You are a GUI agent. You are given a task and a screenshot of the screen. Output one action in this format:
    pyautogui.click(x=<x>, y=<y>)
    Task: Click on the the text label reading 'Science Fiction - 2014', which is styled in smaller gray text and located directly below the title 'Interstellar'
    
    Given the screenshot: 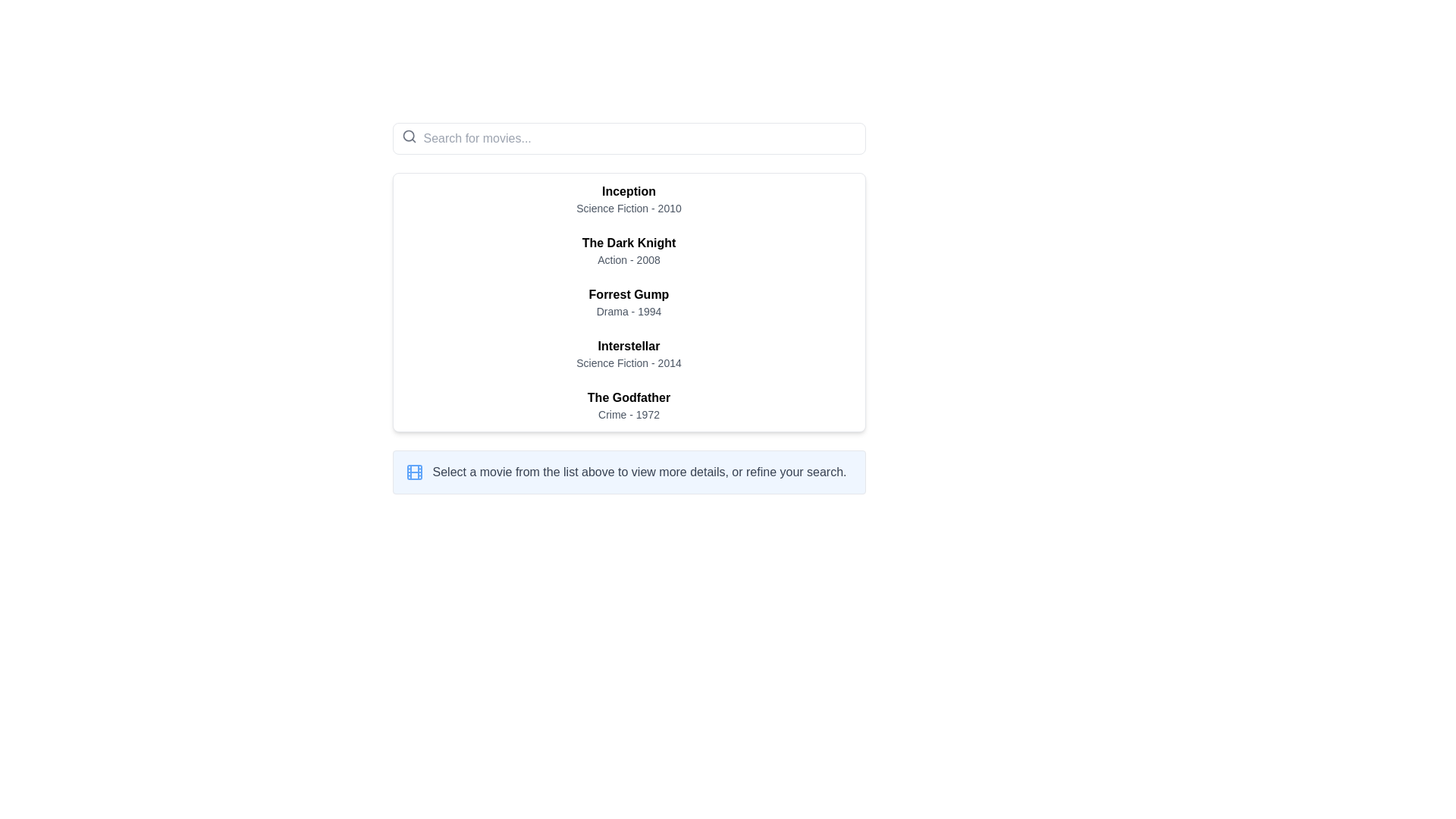 What is the action you would take?
    pyautogui.click(x=629, y=362)
    